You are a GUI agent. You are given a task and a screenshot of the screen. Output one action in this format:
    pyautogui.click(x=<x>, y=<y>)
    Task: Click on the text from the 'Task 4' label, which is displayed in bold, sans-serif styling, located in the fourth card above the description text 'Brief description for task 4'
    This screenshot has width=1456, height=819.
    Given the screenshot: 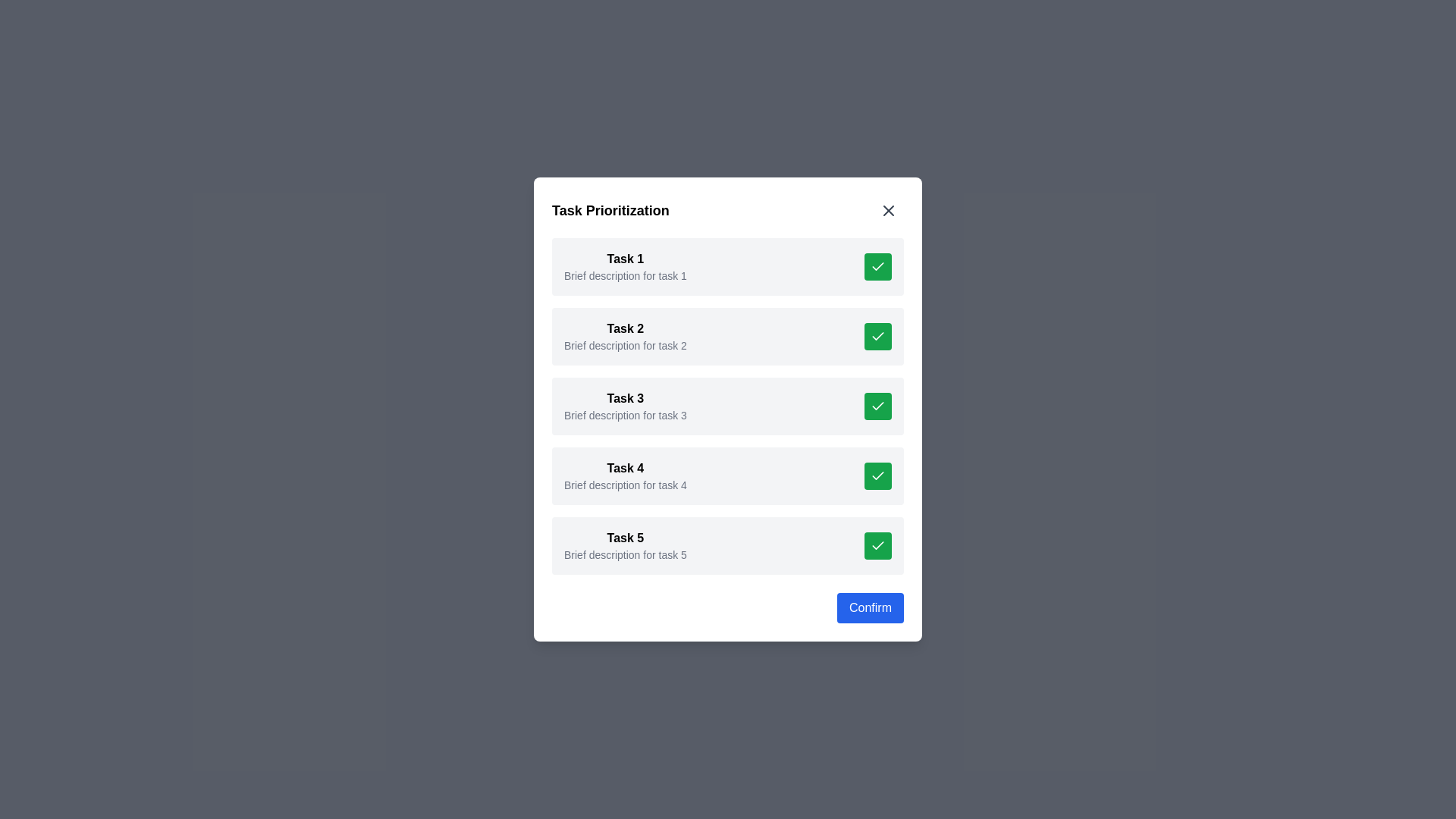 What is the action you would take?
    pyautogui.click(x=626, y=467)
    